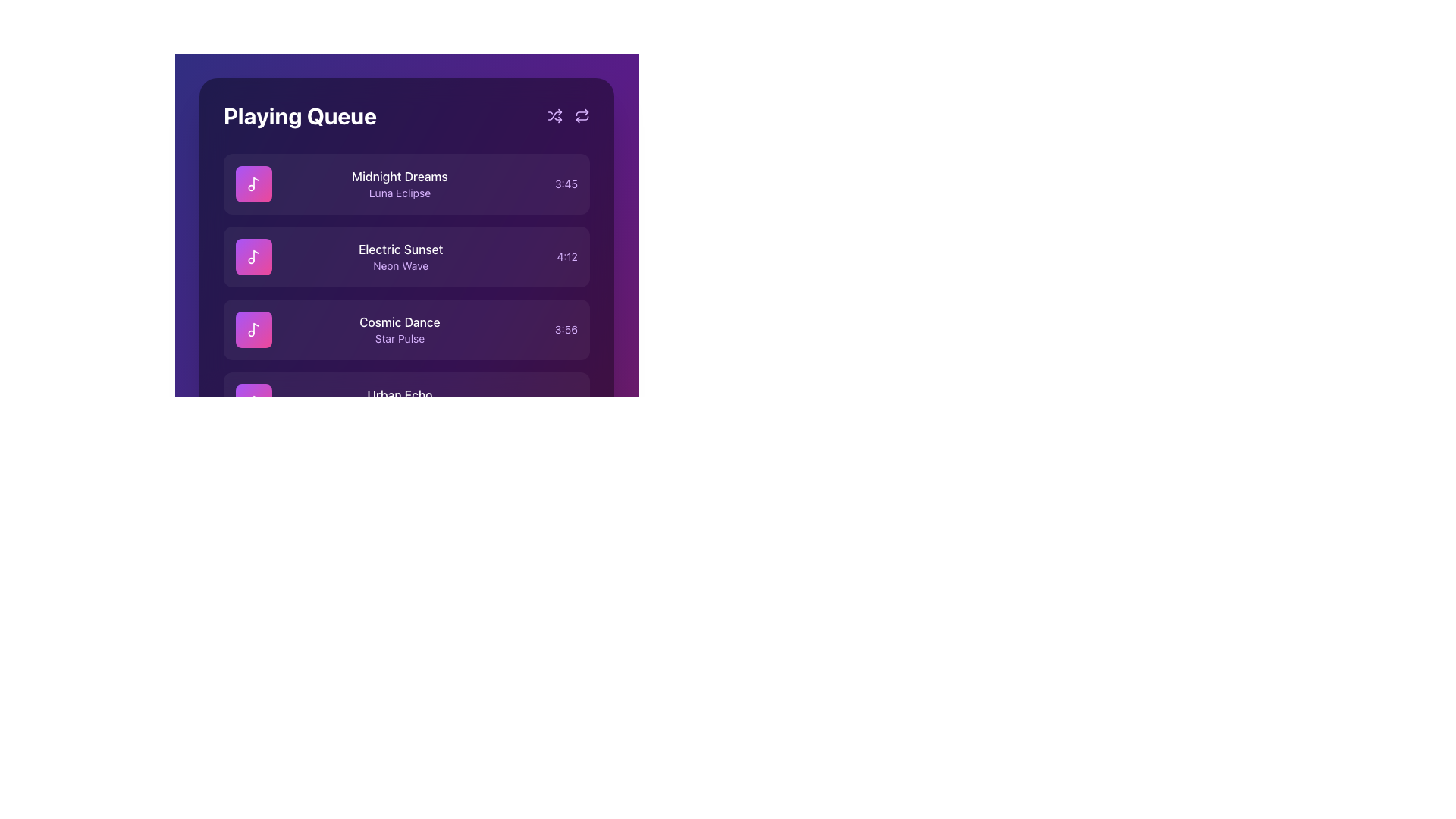 The width and height of the screenshot is (1456, 819). Describe the element at coordinates (406, 402) in the screenshot. I see `the fourth music track card in the 'Playing Queue' list` at that location.